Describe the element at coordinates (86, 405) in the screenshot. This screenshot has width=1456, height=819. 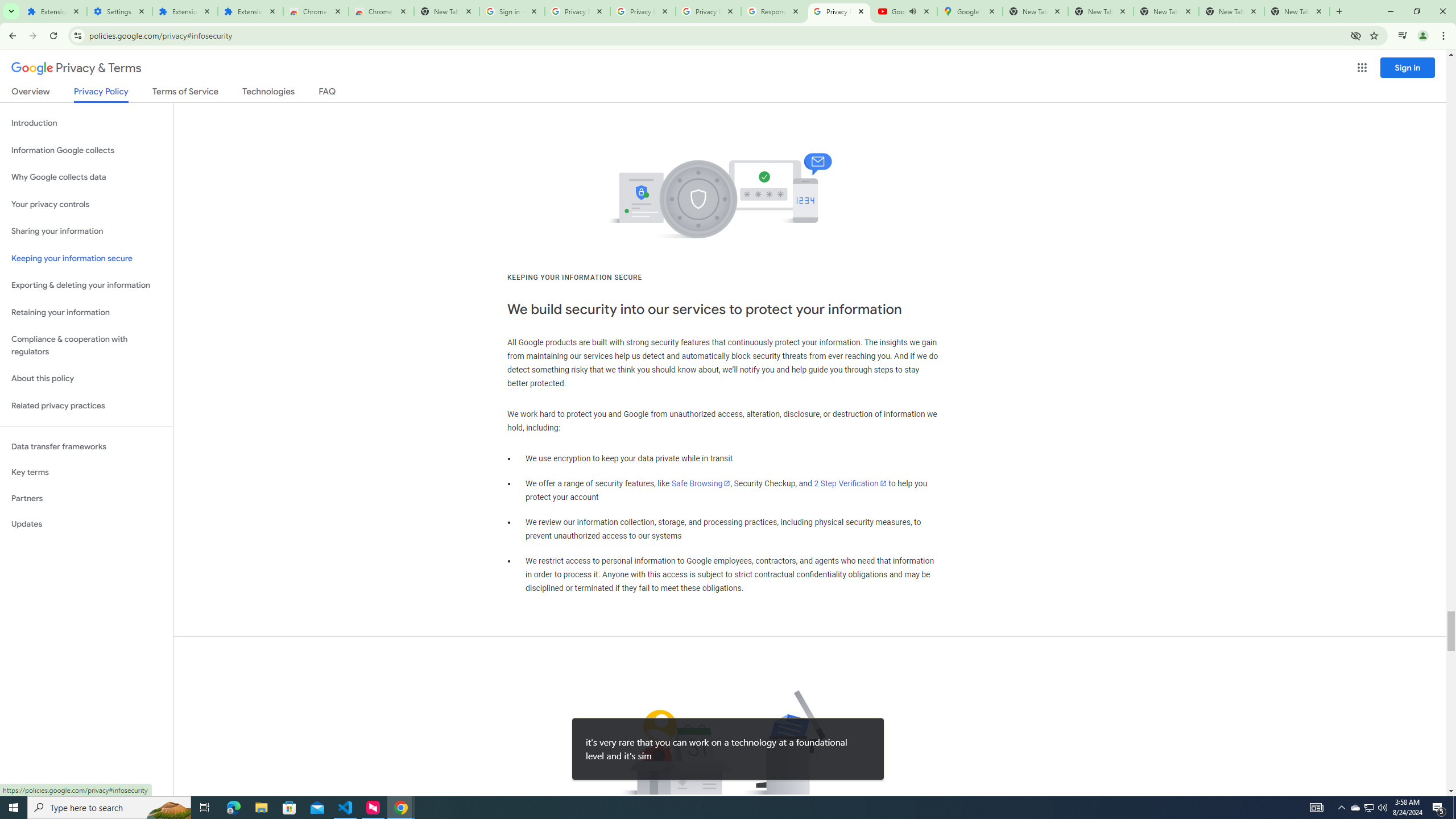
I see `'Related privacy practices'` at that location.